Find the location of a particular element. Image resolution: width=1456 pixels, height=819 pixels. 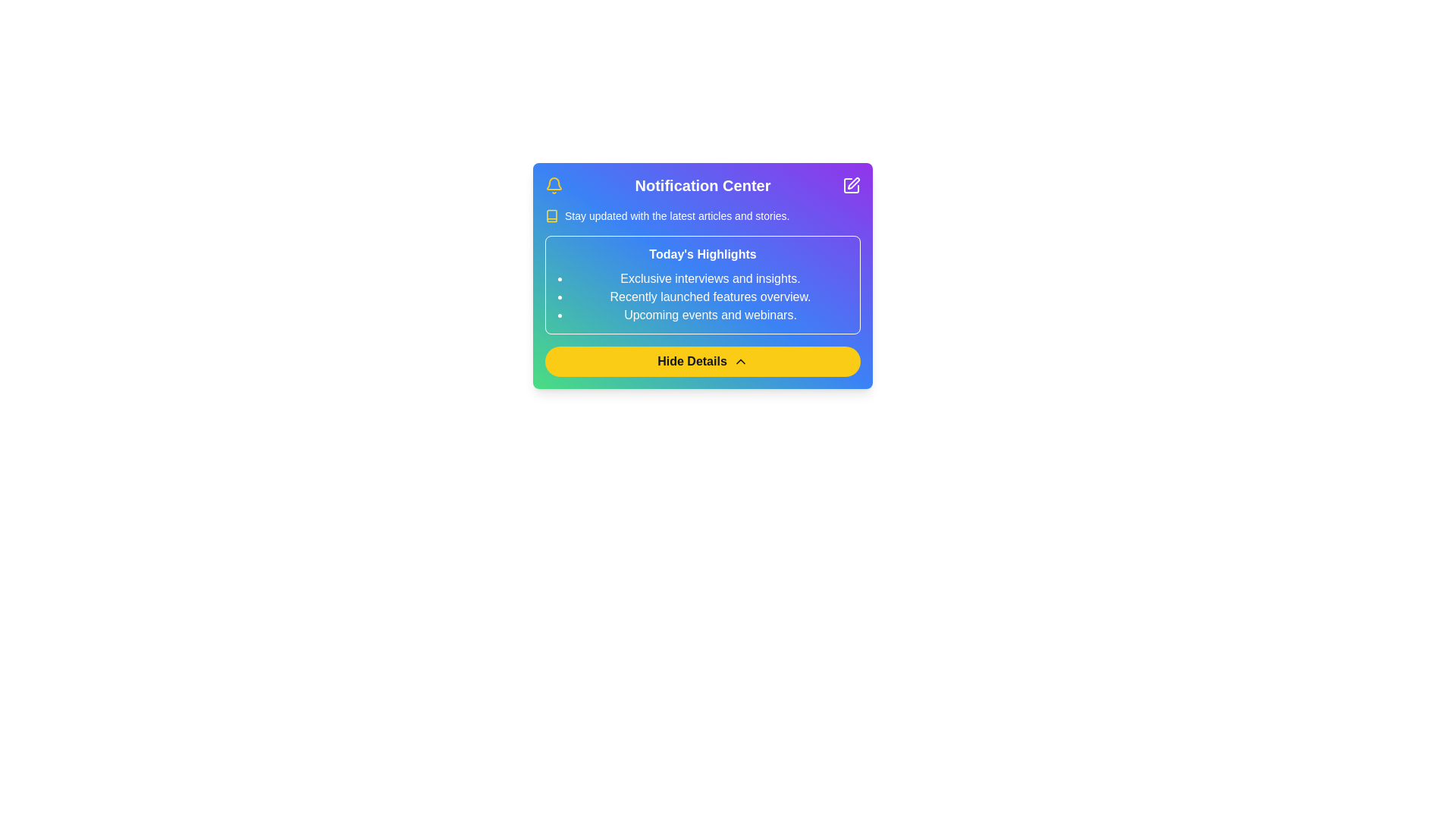

the small chevron-up icon with a thin outline on a yellow button labeled 'Hide Details' is located at coordinates (740, 362).